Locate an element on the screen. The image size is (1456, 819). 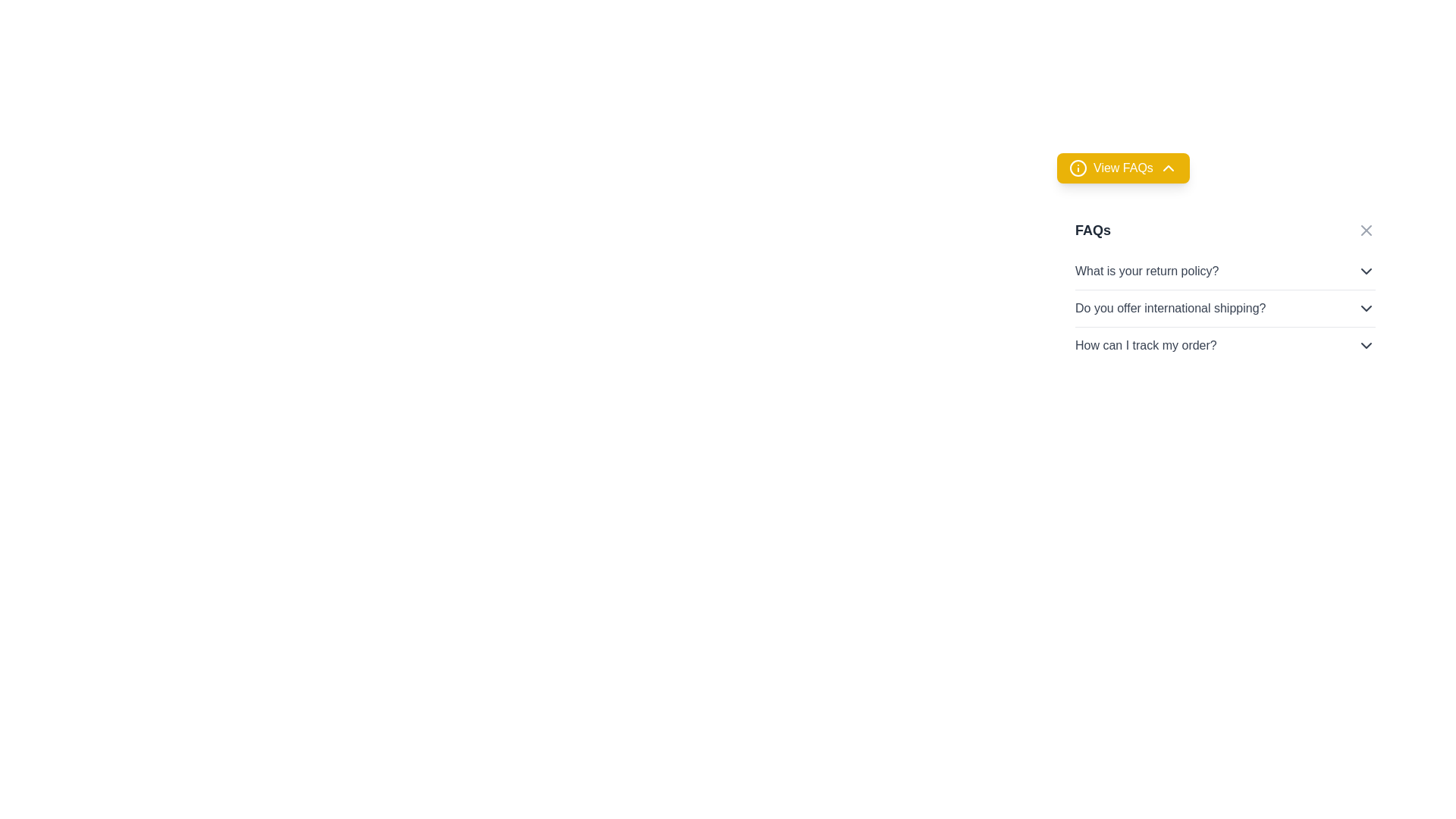
the dismiss or close icon button located is located at coordinates (1366, 231).